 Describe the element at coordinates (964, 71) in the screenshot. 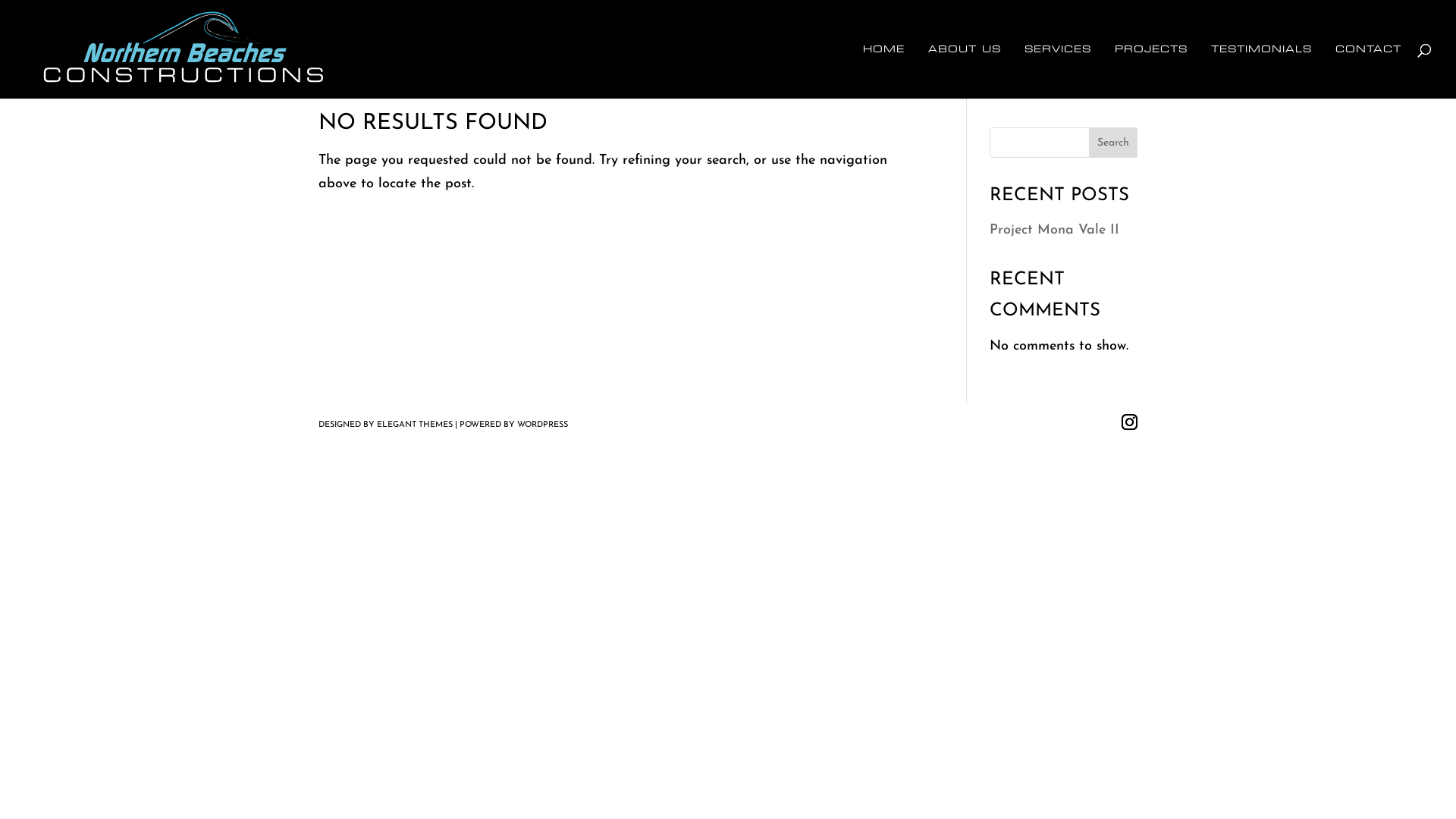

I see `'ABOUT US'` at that location.